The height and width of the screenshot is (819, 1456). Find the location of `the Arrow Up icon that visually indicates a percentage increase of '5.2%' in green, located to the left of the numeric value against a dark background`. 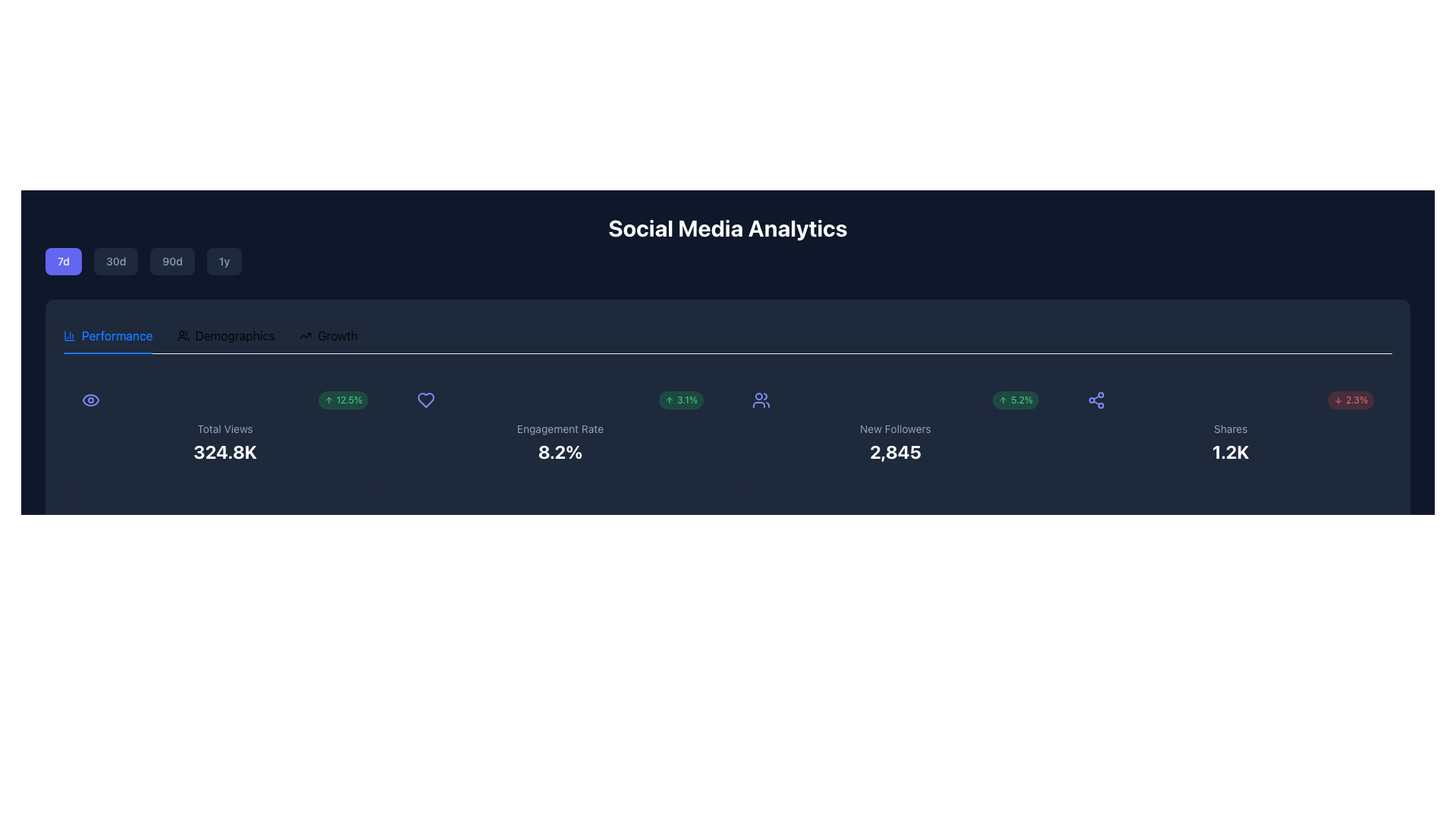

the Arrow Up icon that visually indicates a percentage increase of '5.2%' in green, located to the left of the numeric value against a dark background is located at coordinates (1003, 400).